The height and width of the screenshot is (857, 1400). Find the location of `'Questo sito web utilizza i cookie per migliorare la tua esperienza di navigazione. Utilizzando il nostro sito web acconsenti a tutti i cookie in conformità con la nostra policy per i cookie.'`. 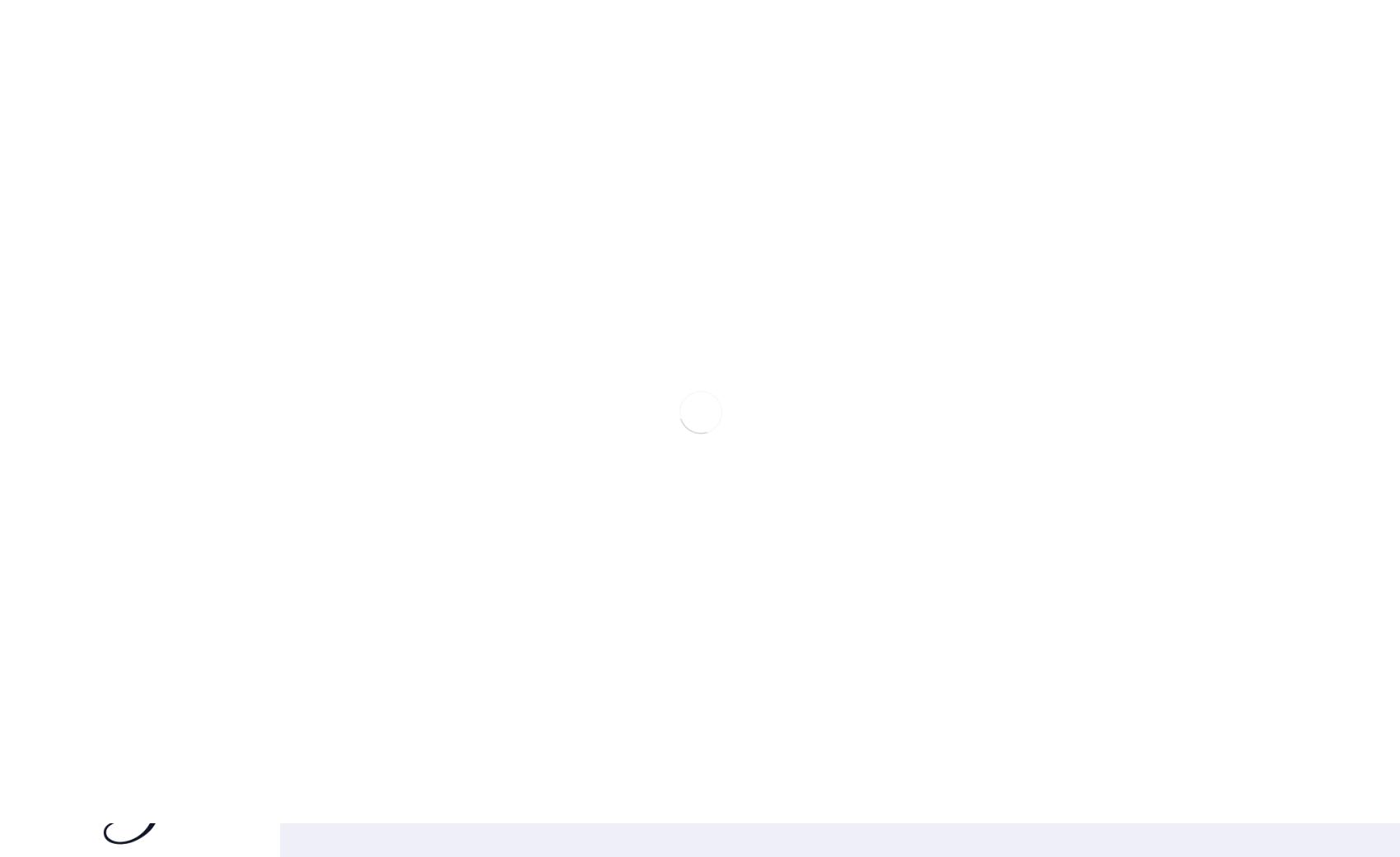

'Questo sito web utilizza i cookie per migliorare la tua esperienza di navigazione. Utilizzando il nostro sito web acconsenti a tutti i cookie in conformità con la nostra policy per i cookie.' is located at coordinates (1257, 594).